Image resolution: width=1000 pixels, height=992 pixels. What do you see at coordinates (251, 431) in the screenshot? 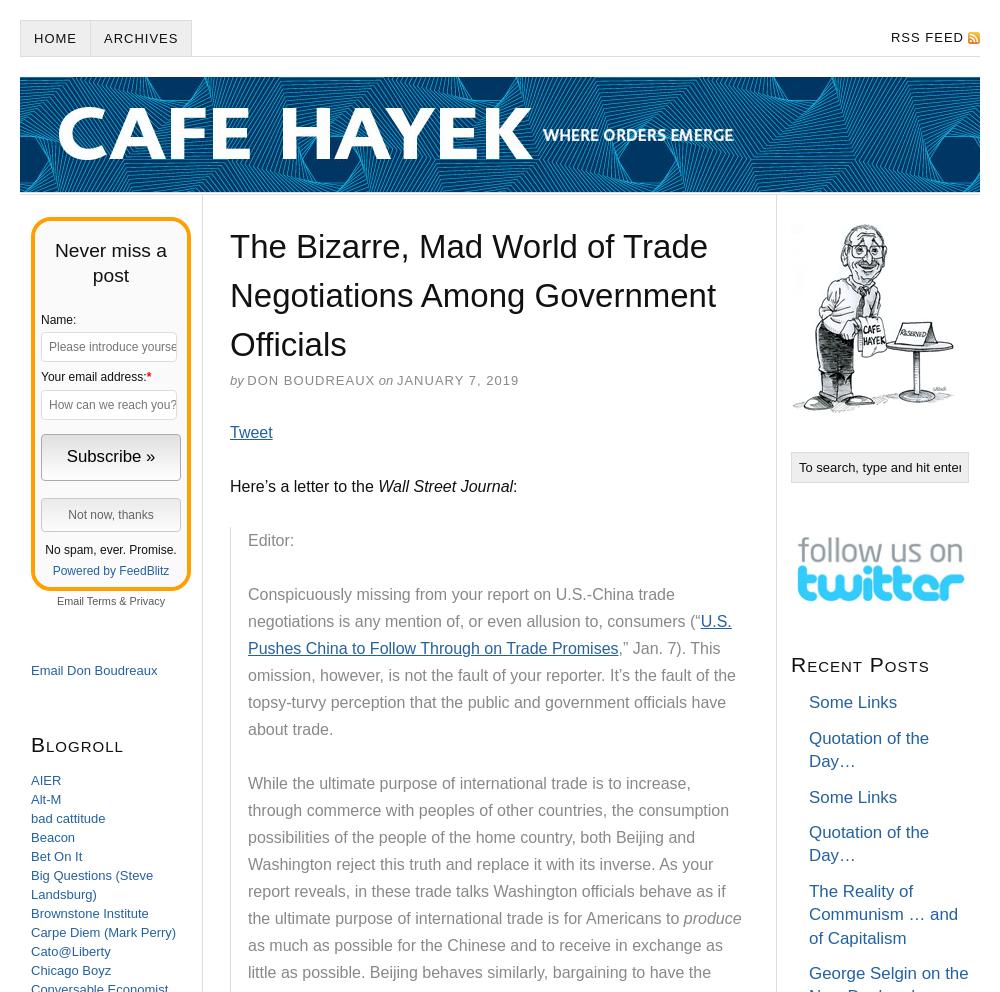
I see `'Tweet'` at bounding box center [251, 431].